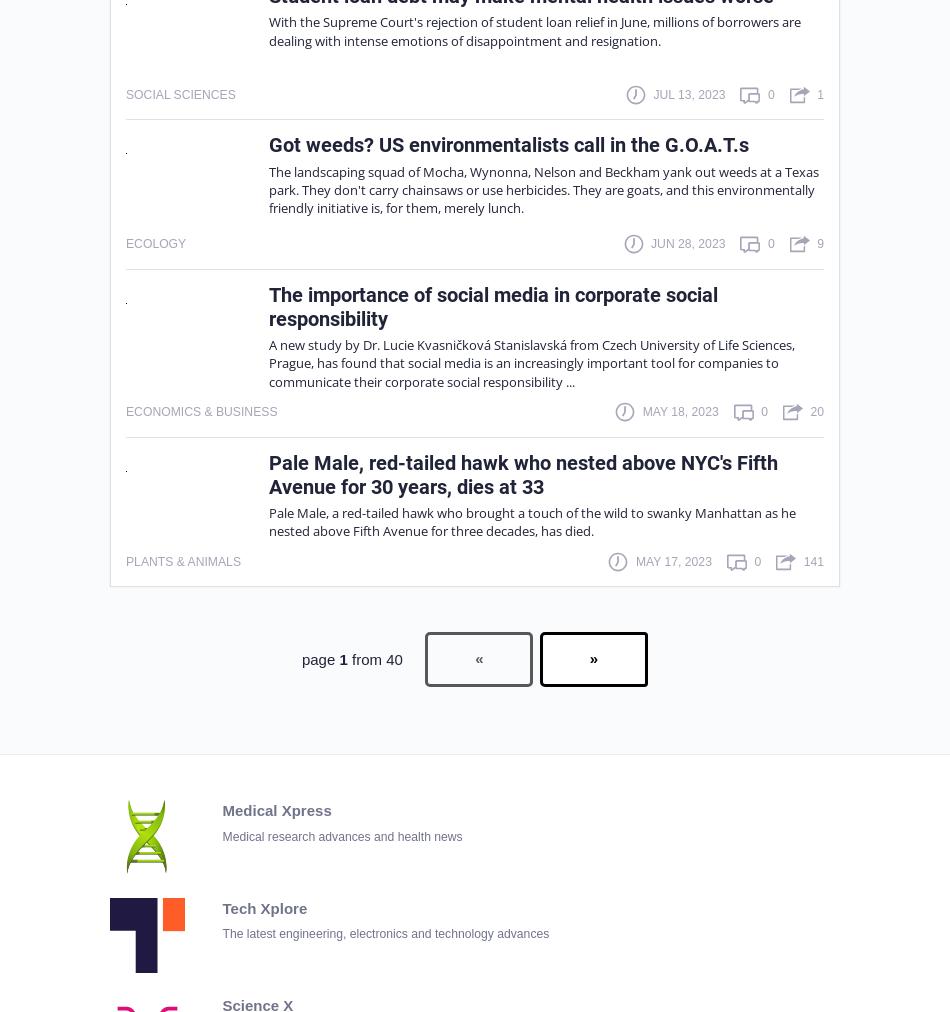 This screenshot has width=950, height=1012. What do you see at coordinates (816, 410) in the screenshot?
I see `'20'` at bounding box center [816, 410].